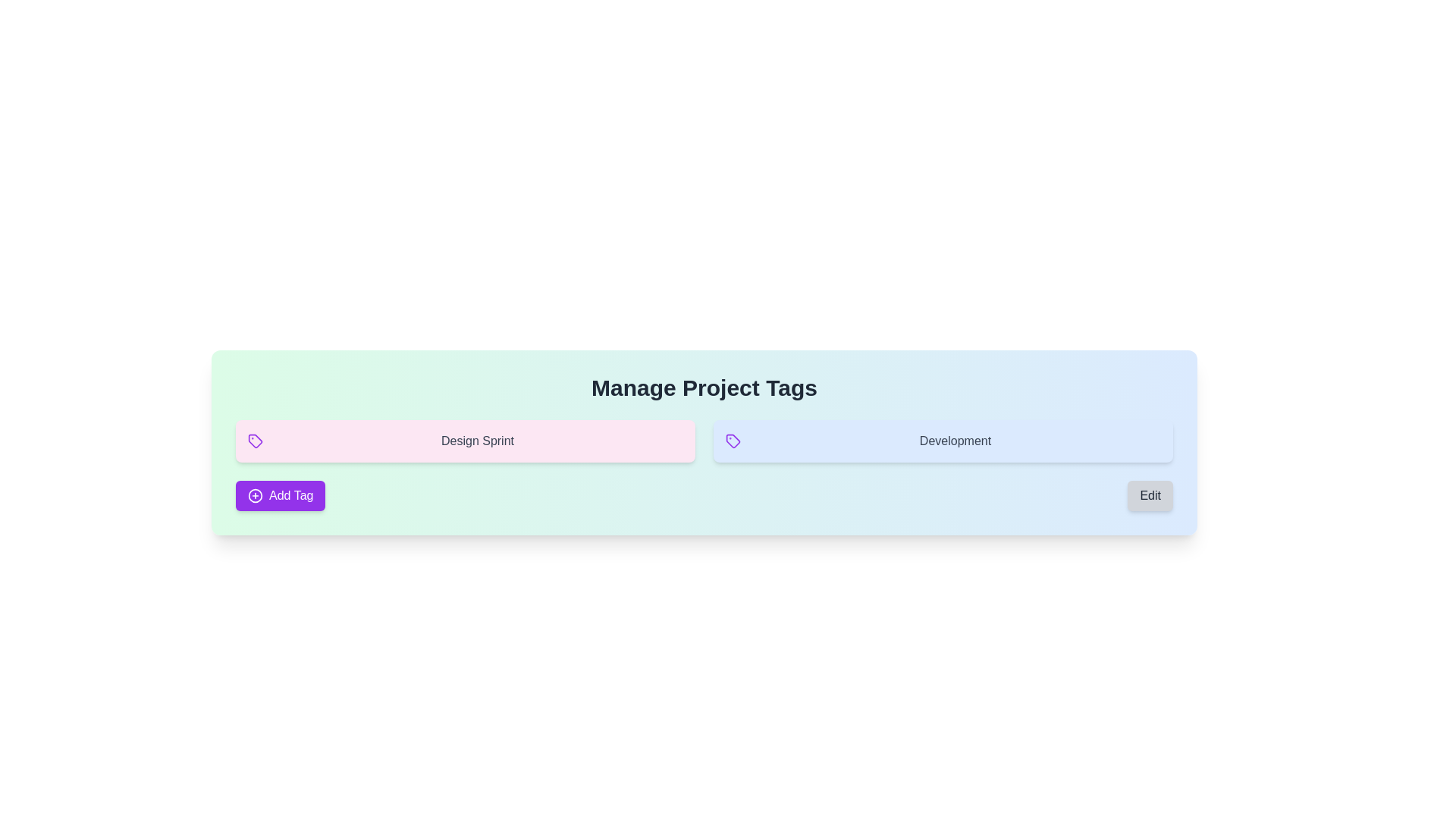  What do you see at coordinates (733, 441) in the screenshot?
I see `the purple tag icon with a circular hole detail located in the 'Manage Project Tags' section, adjacent to the 'Development' label` at bounding box center [733, 441].